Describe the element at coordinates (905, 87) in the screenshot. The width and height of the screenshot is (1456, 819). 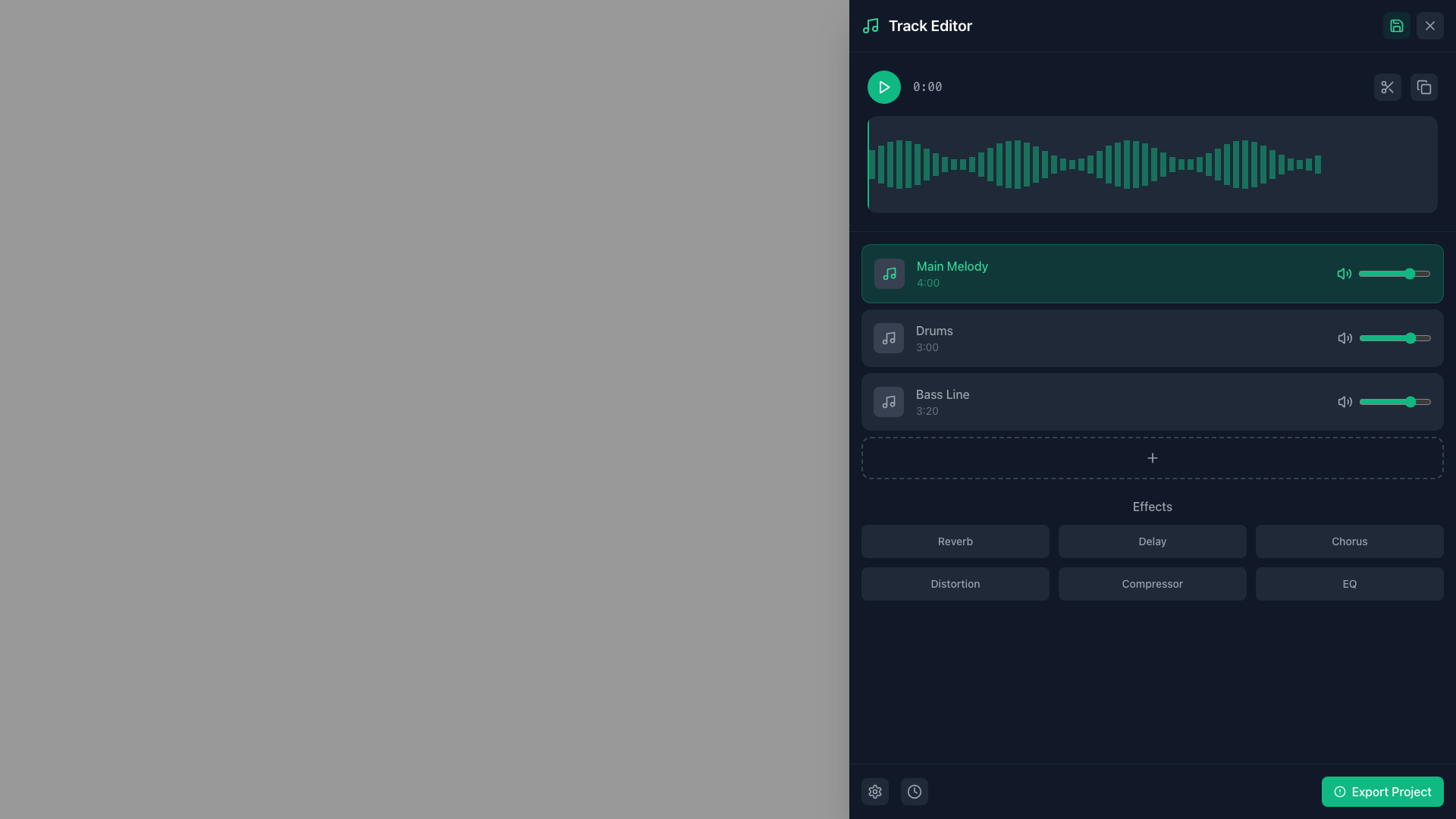
I see `the Text Display that shows the current time or position of an audio track, located in the horizontal group next to the green play button in the 'Track Editor' panel` at that location.